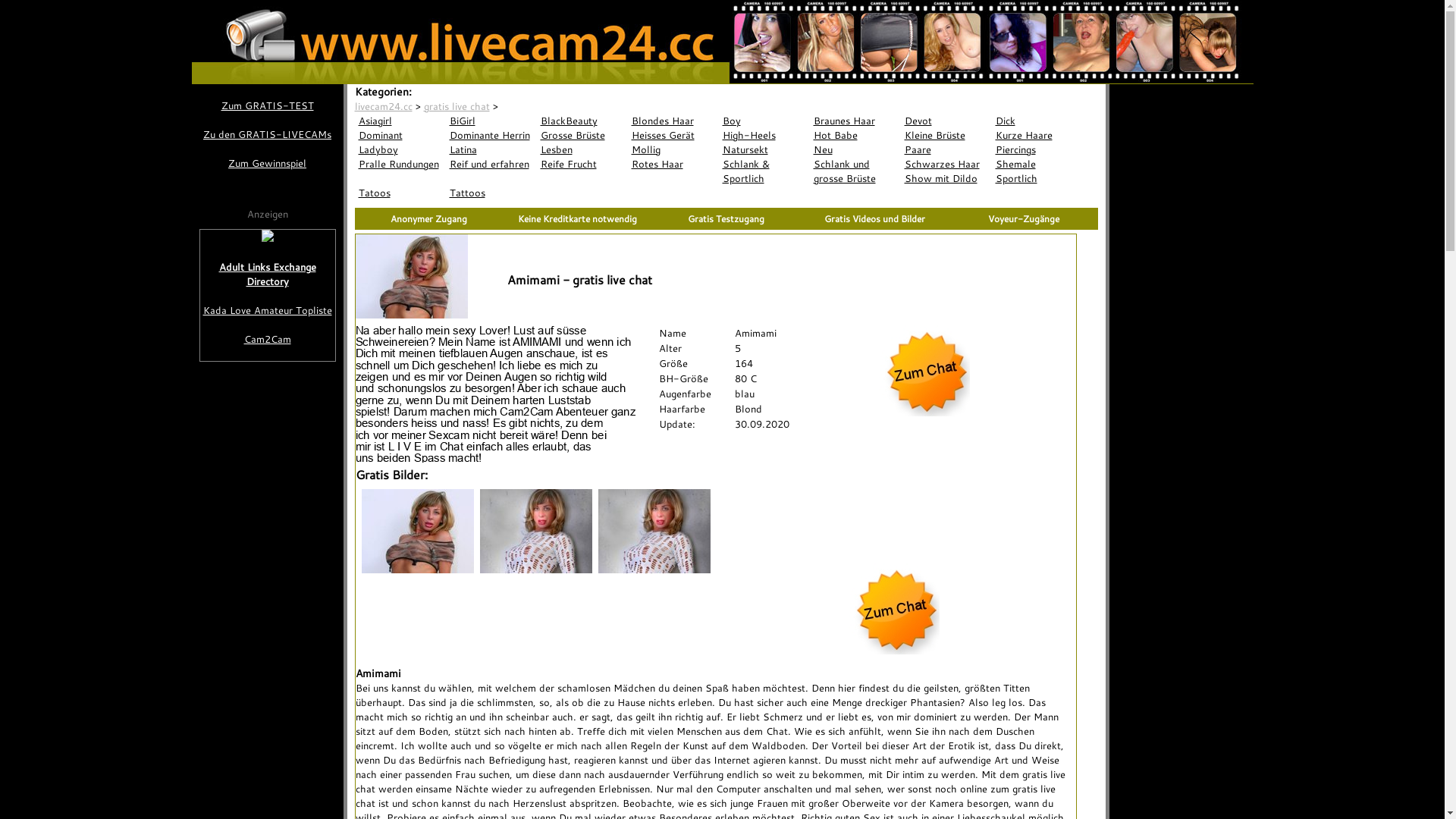 This screenshot has width=1456, height=819. I want to click on 'Dick', so click(1037, 120).